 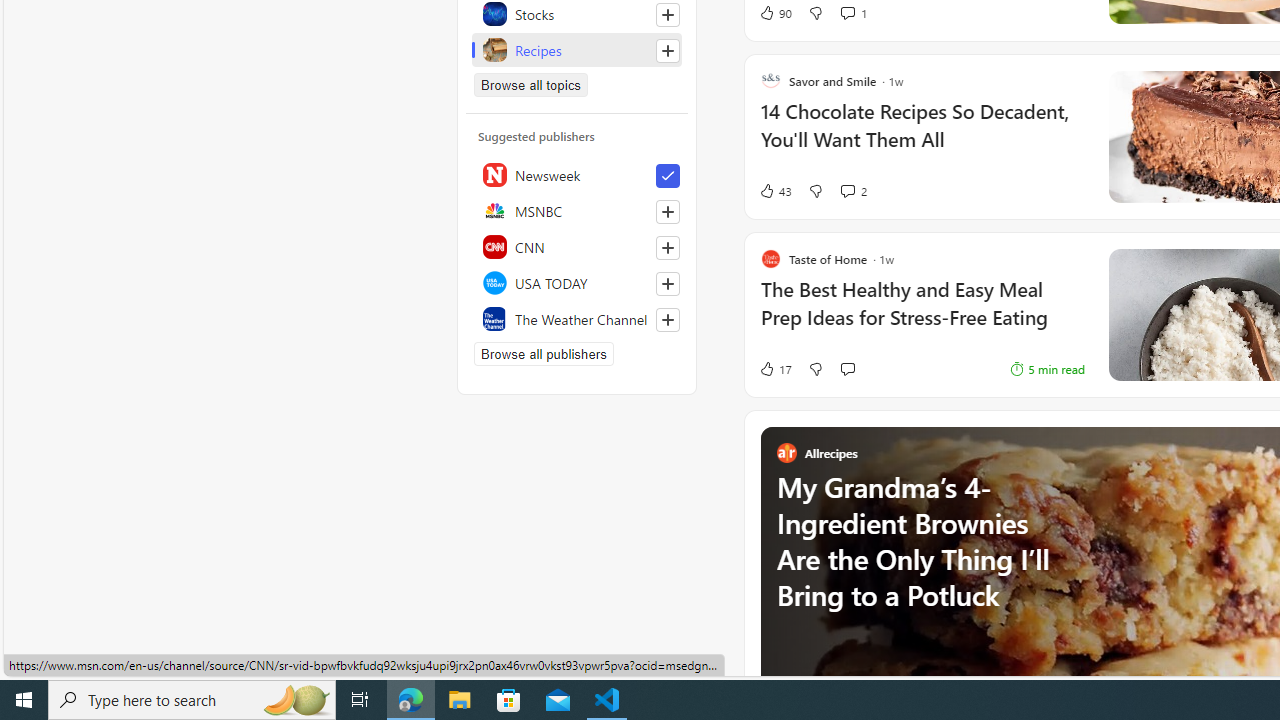 I want to click on 'Browse all topics', so click(x=531, y=83).